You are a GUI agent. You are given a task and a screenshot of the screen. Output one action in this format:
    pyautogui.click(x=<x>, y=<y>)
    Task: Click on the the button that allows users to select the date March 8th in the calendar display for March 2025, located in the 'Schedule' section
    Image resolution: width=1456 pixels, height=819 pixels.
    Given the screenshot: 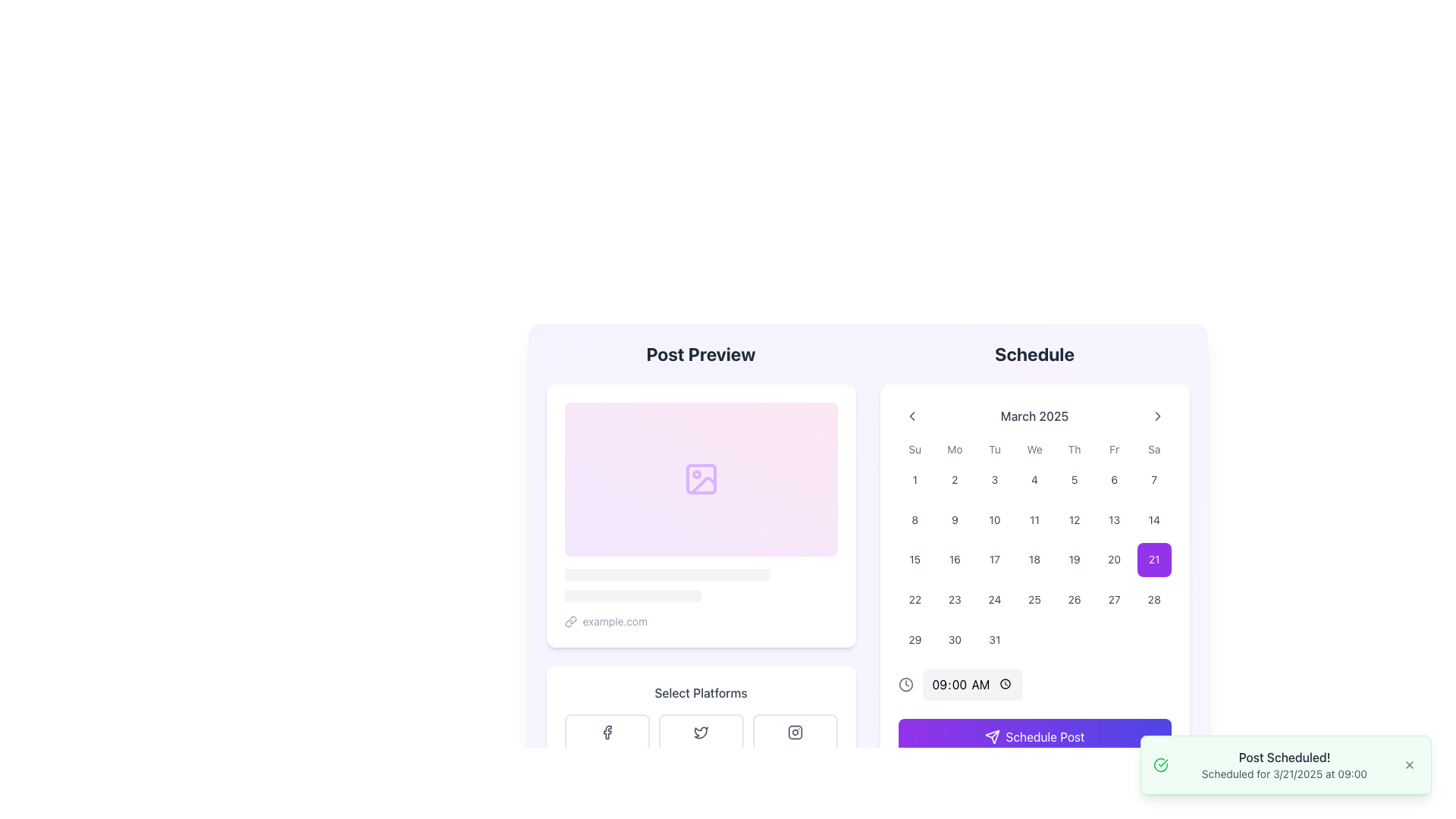 What is the action you would take?
    pyautogui.click(x=914, y=519)
    